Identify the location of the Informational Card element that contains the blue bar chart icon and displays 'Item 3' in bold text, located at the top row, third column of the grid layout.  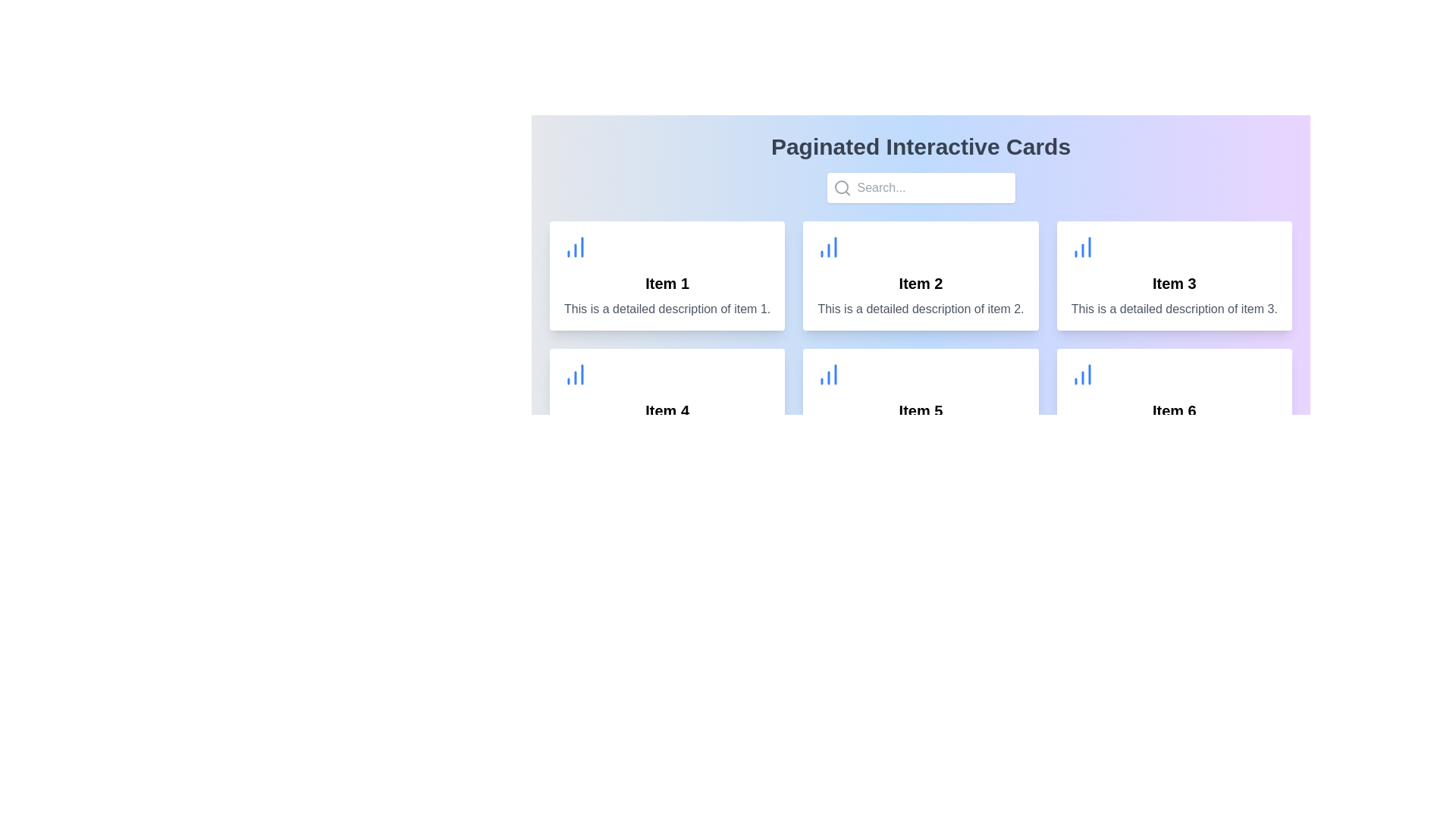
(1173, 275).